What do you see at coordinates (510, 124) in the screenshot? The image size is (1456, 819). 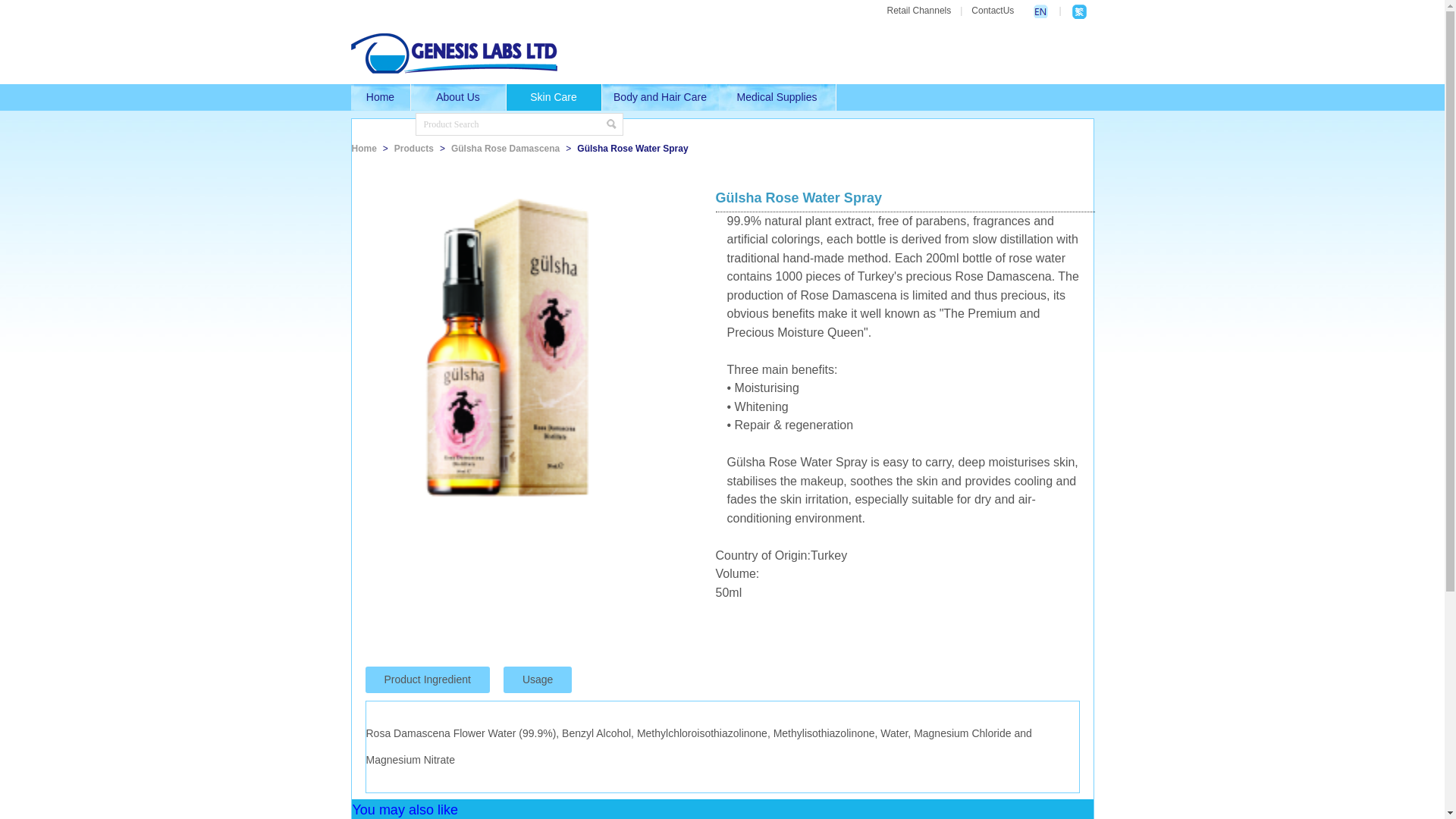 I see `'Search product here...'` at bounding box center [510, 124].